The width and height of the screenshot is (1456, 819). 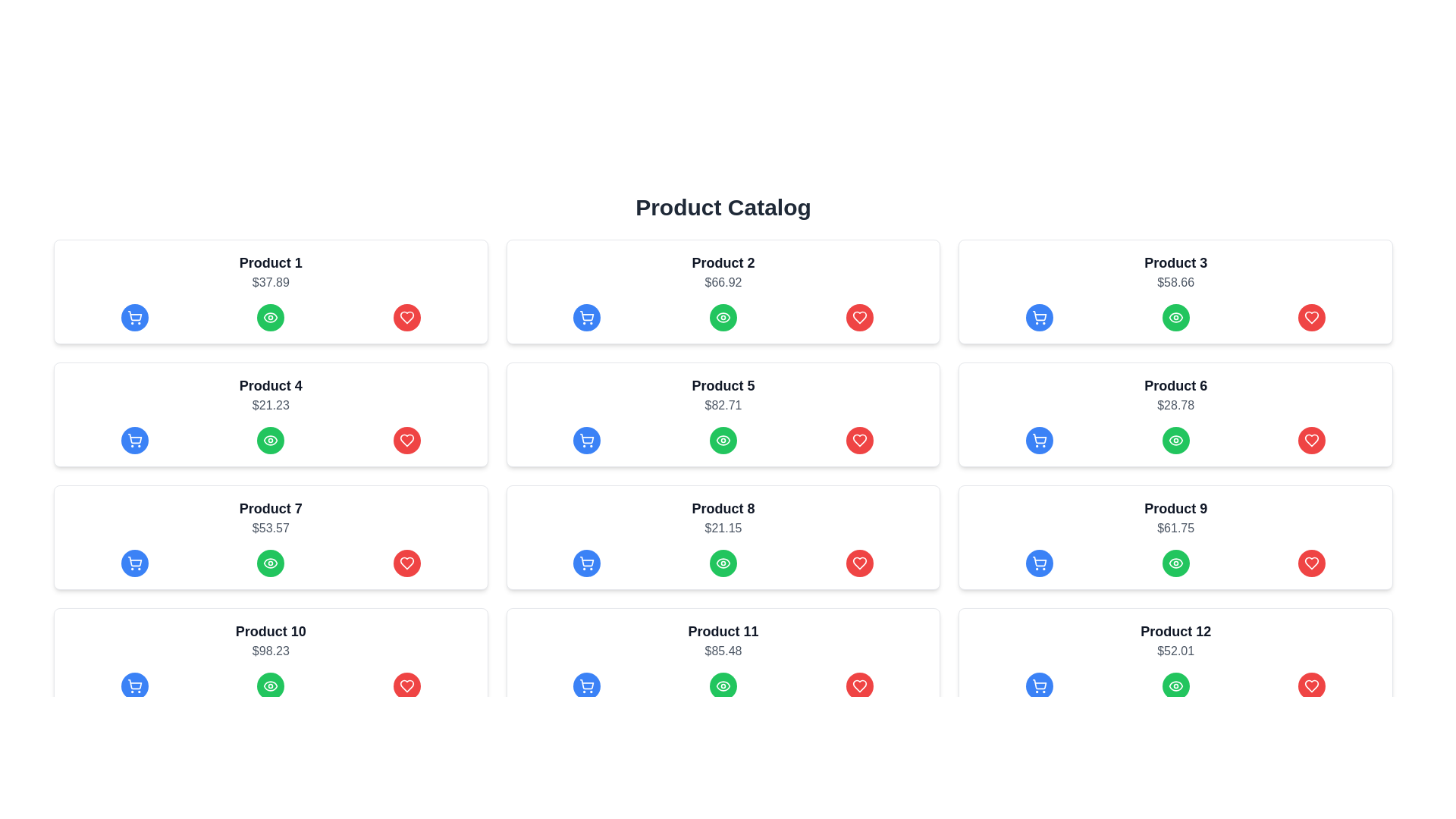 I want to click on the 'view details' button for 'Product 5' priced at $82.71 in the product catalog grid, so click(x=723, y=441).